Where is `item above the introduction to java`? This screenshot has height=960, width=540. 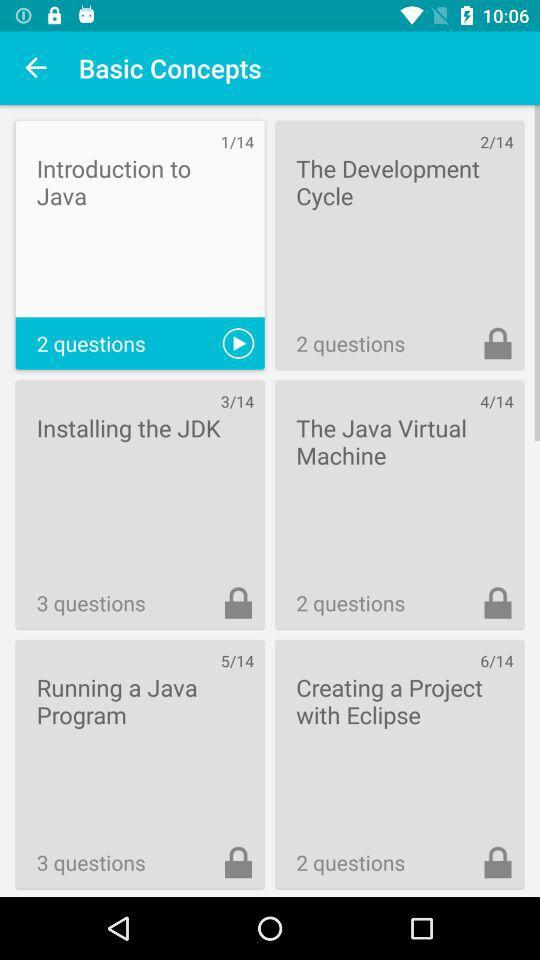 item above the introduction to java is located at coordinates (36, 68).